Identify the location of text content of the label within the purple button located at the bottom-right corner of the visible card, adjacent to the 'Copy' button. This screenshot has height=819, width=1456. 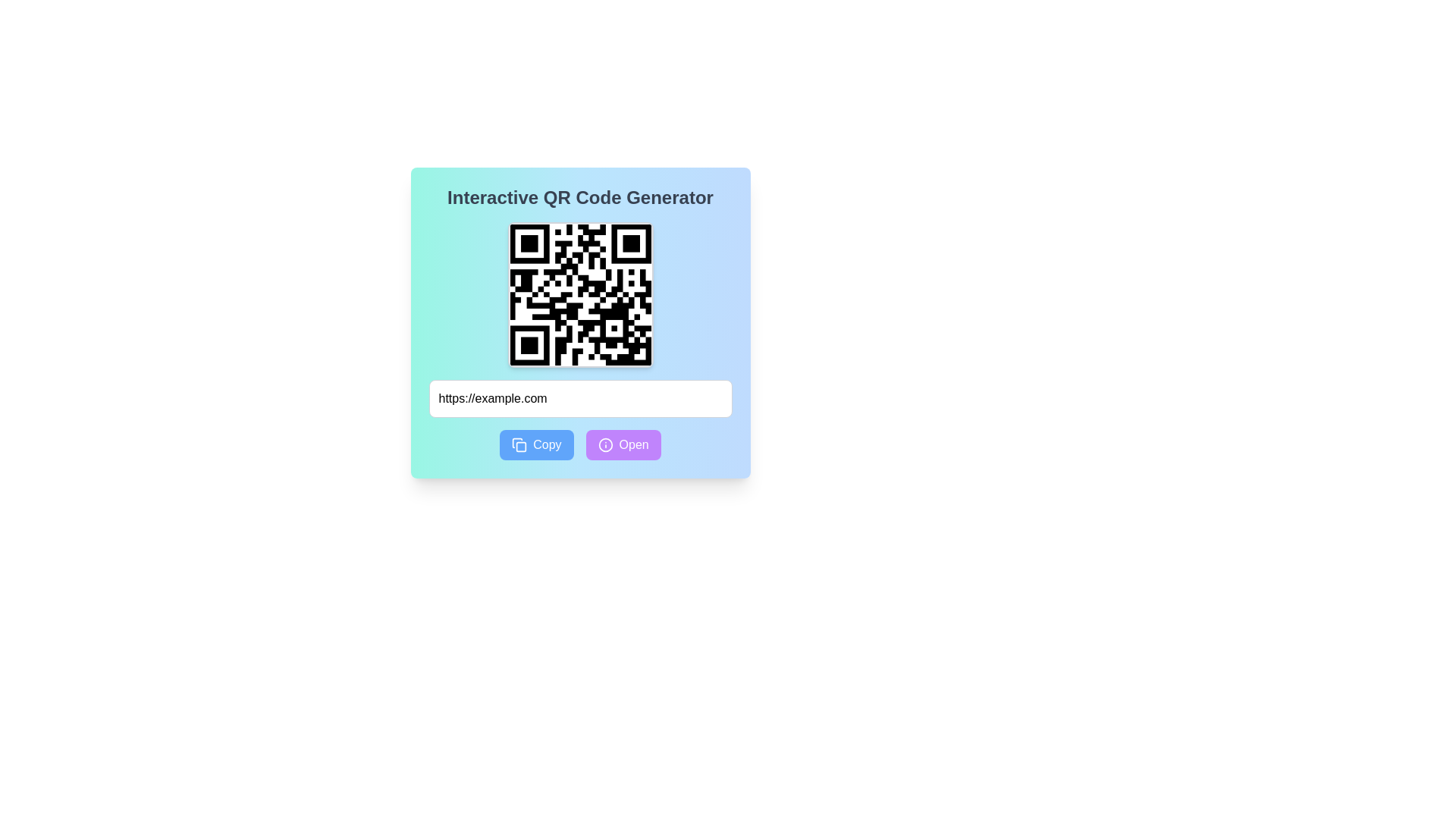
(634, 444).